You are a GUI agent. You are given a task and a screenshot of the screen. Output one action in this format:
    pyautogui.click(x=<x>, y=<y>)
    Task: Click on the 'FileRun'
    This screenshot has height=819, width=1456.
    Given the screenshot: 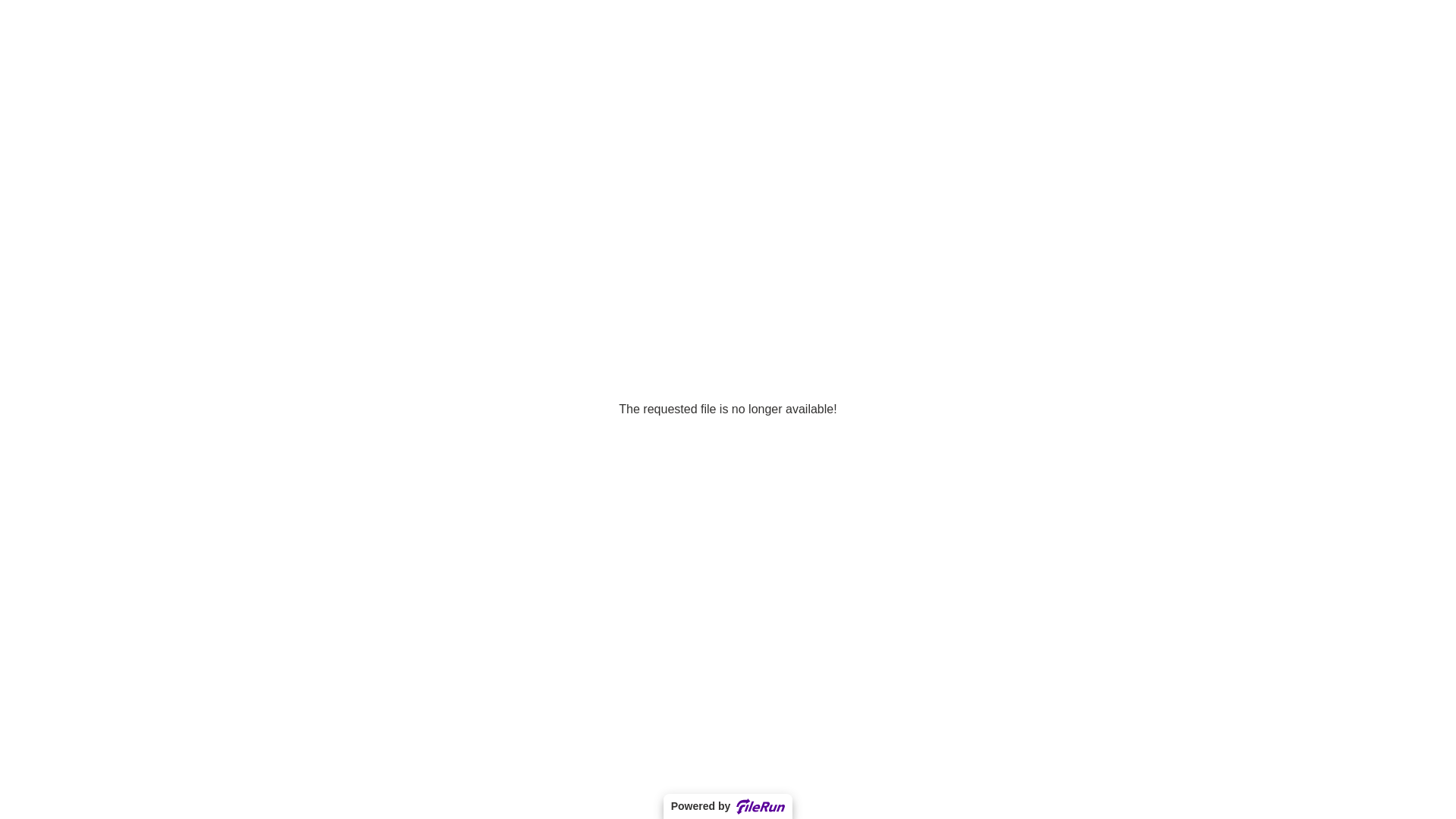 What is the action you would take?
    pyautogui.click(x=761, y=805)
    